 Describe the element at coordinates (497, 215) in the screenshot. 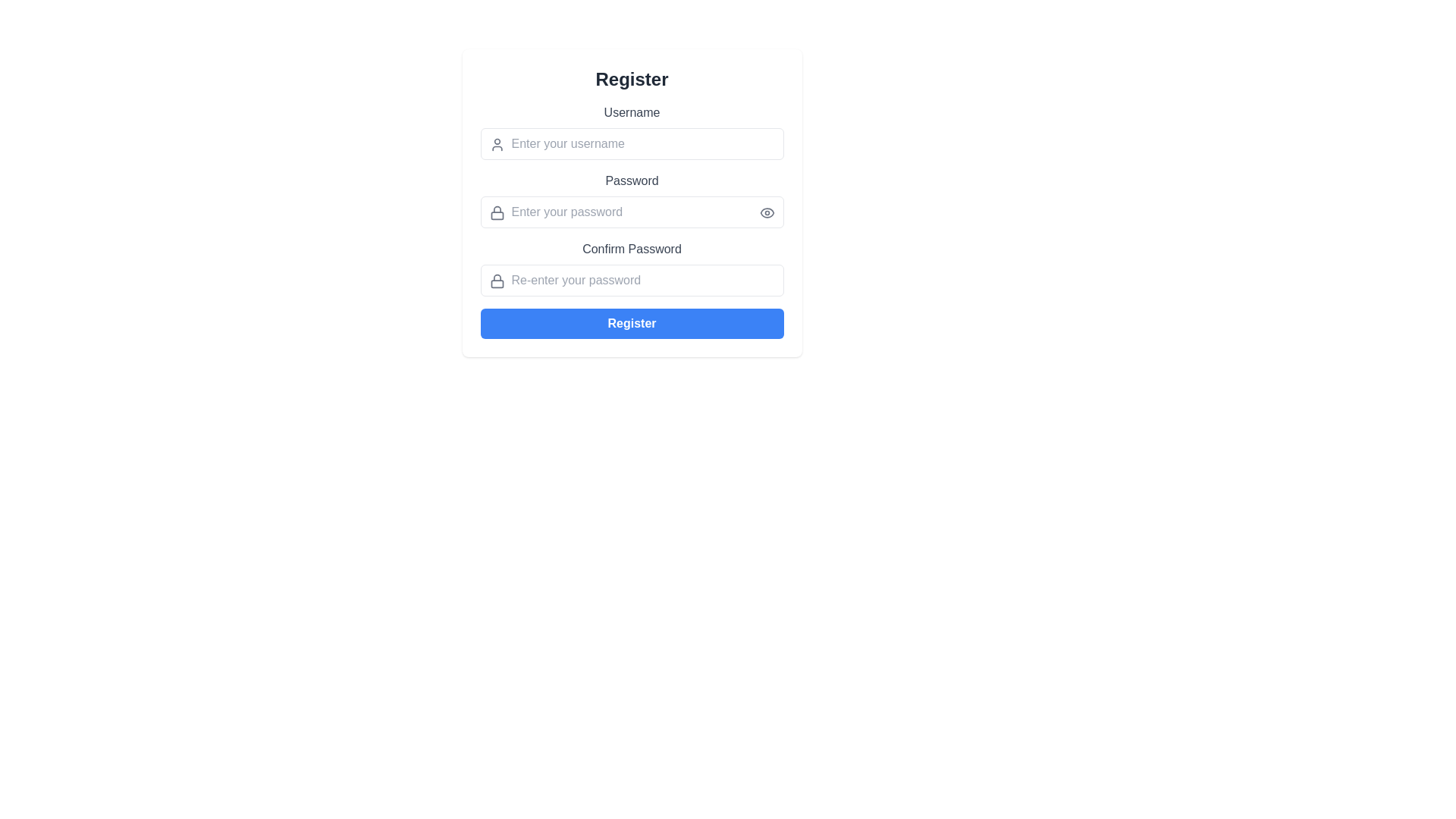

I see `the rectangular part of the lock icon, which signifies secure input fields, located near the password input area` at that location.